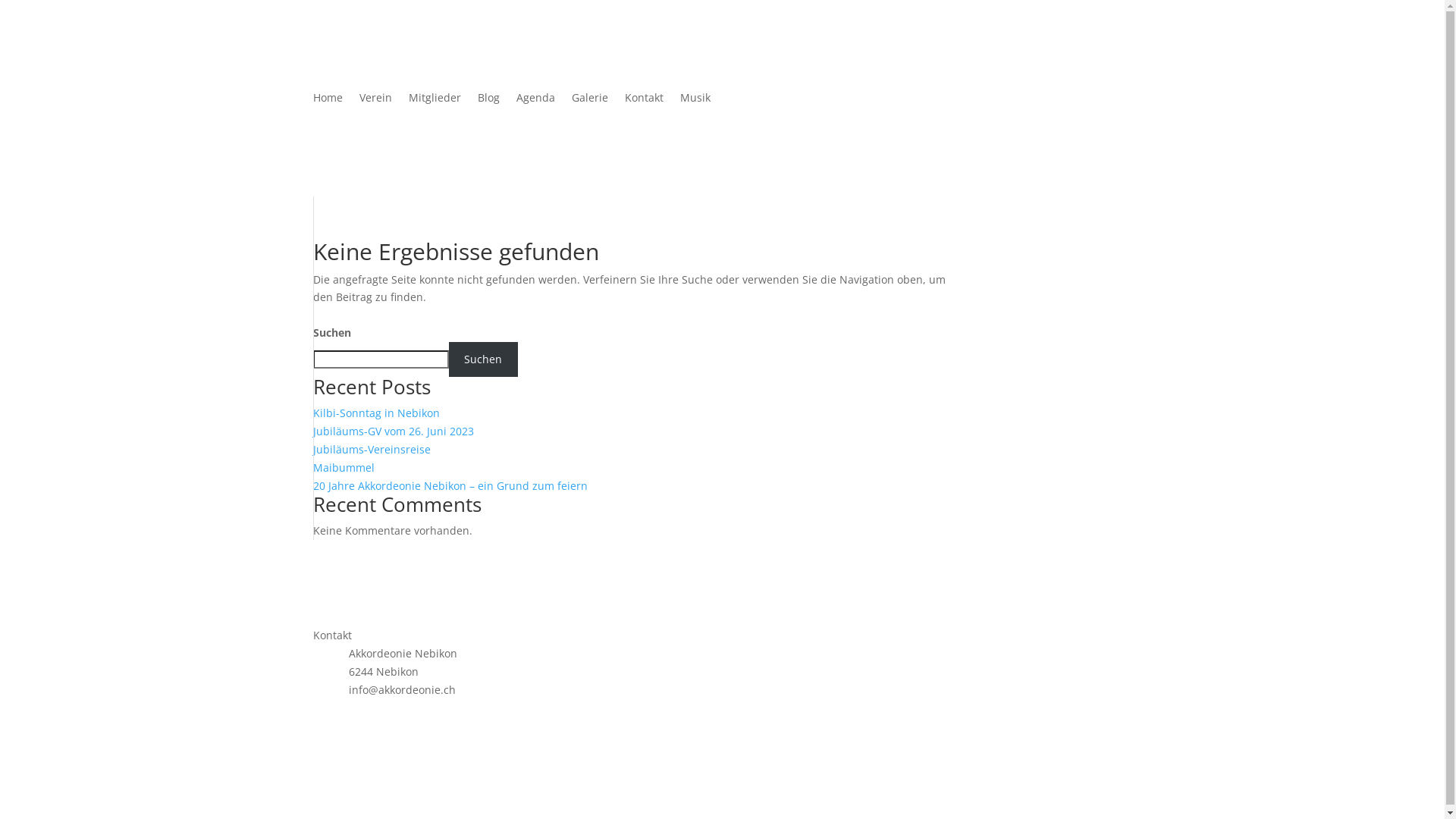 This screenshot has height=819, width=1456. I want to click on 'Suchen', so click(447, 359).